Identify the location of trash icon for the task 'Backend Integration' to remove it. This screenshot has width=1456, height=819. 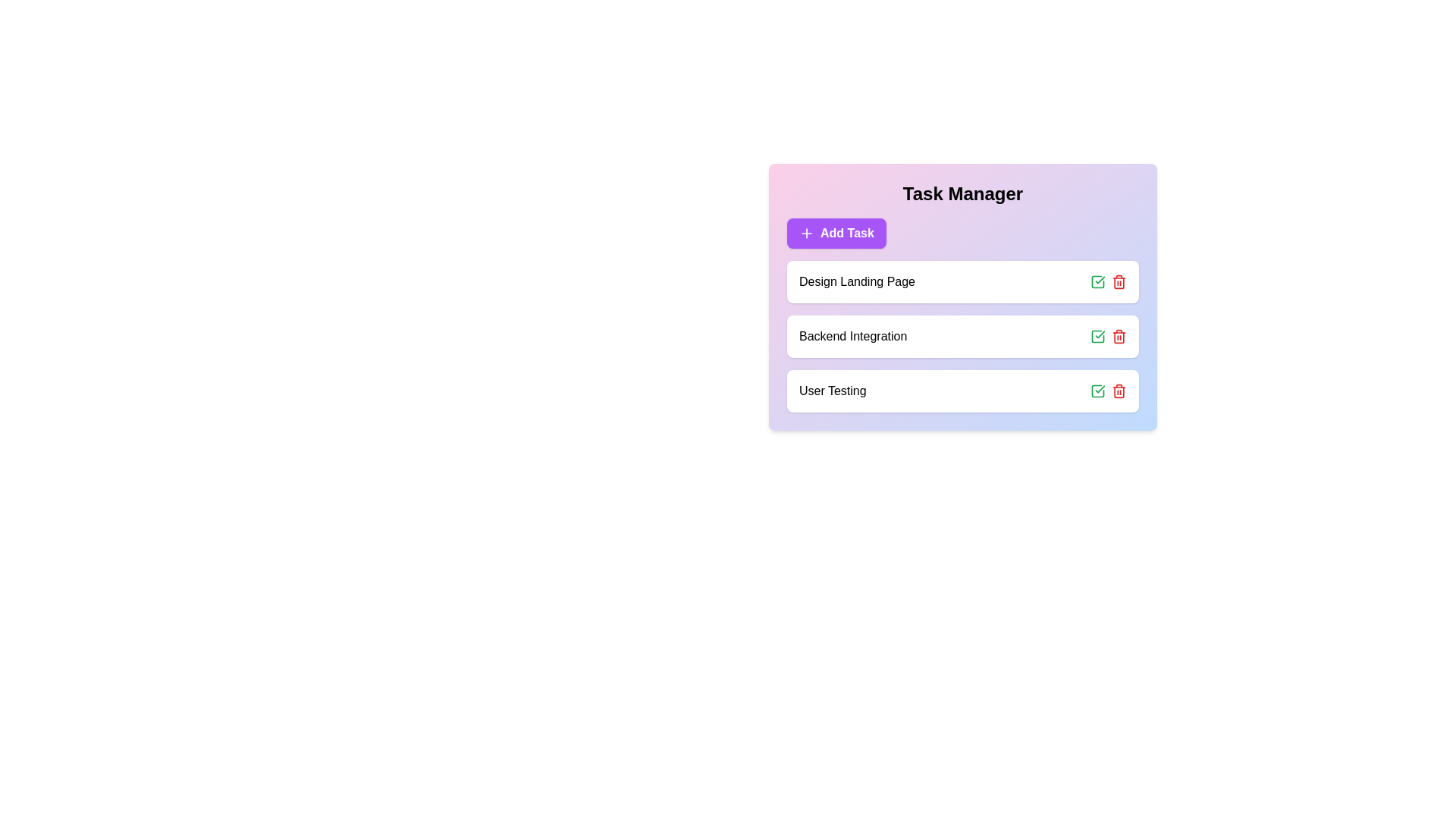
(1119, 335).